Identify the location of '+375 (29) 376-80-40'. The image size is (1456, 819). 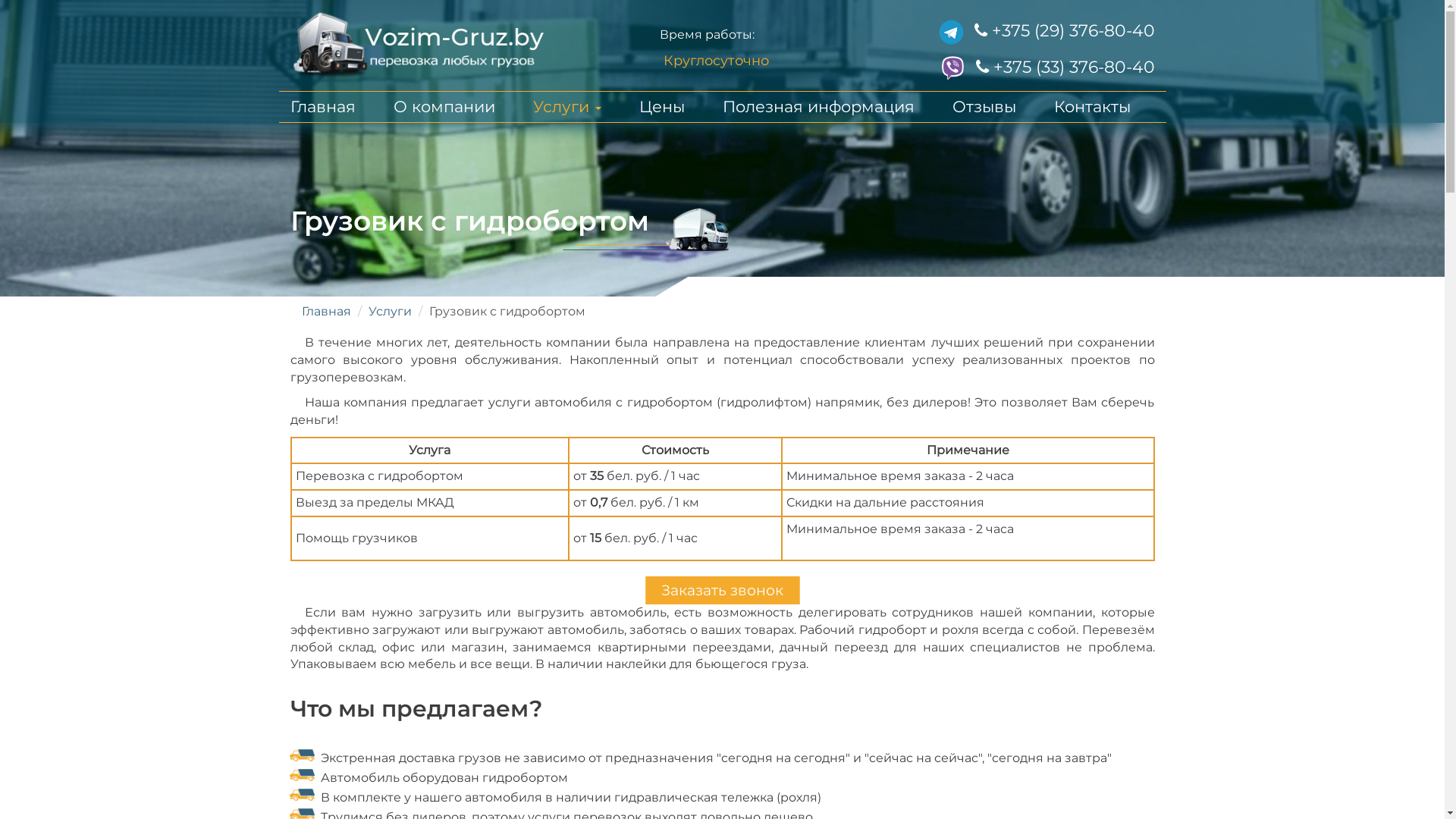
(1062, 30).